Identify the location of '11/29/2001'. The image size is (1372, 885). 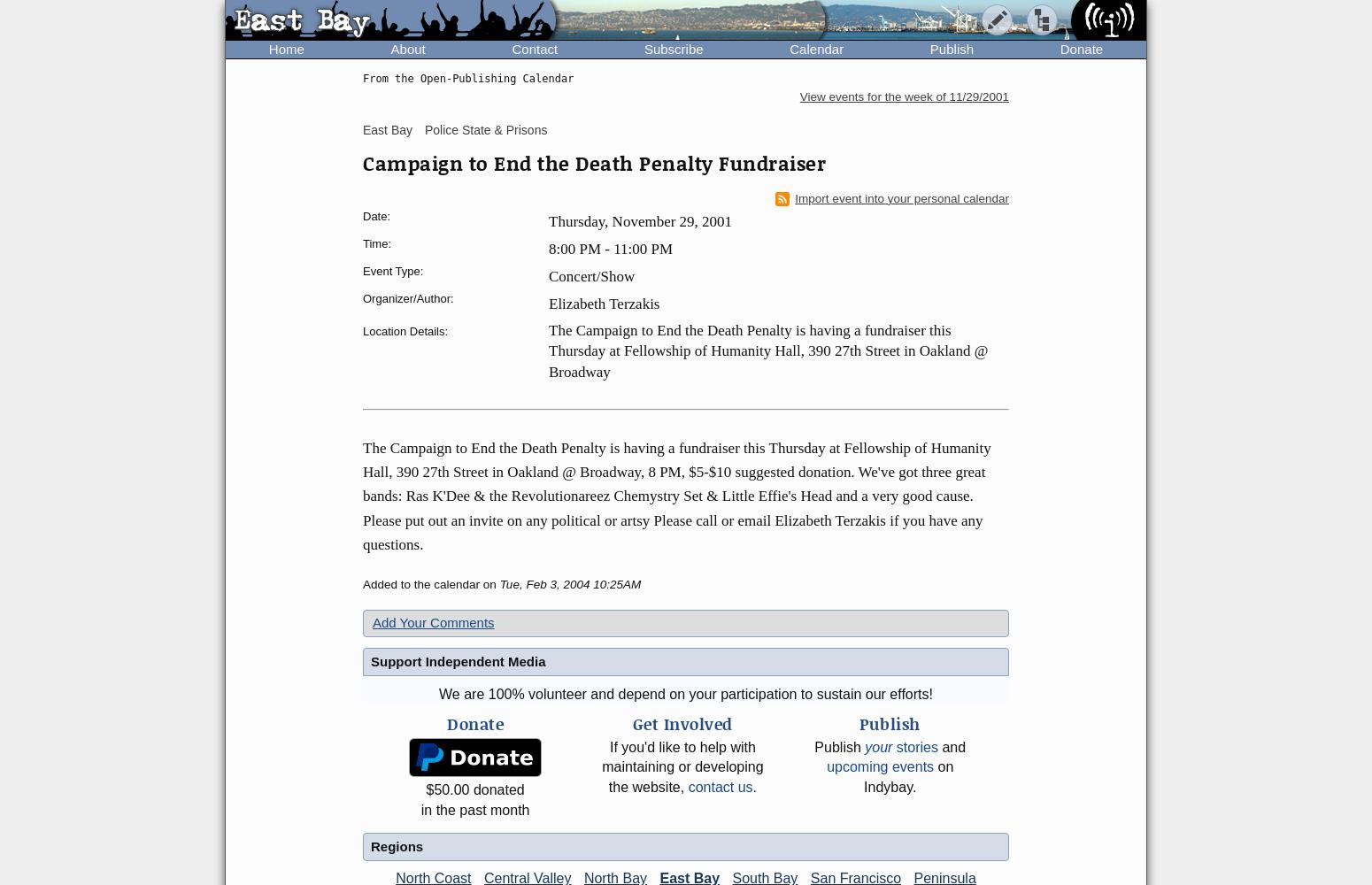
(977, 96).